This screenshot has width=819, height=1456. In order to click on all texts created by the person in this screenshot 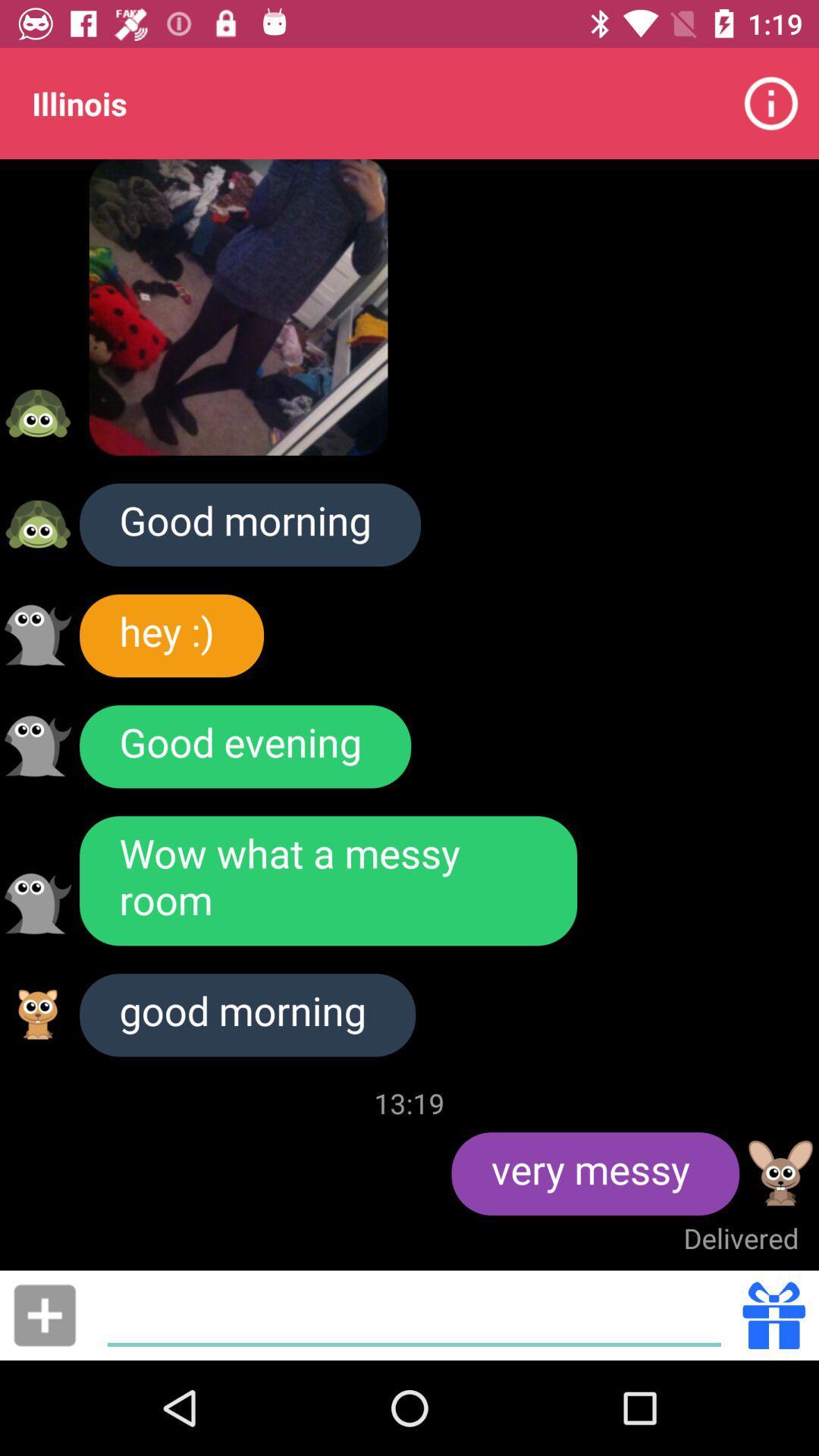, I will do `click(37, 635)`.